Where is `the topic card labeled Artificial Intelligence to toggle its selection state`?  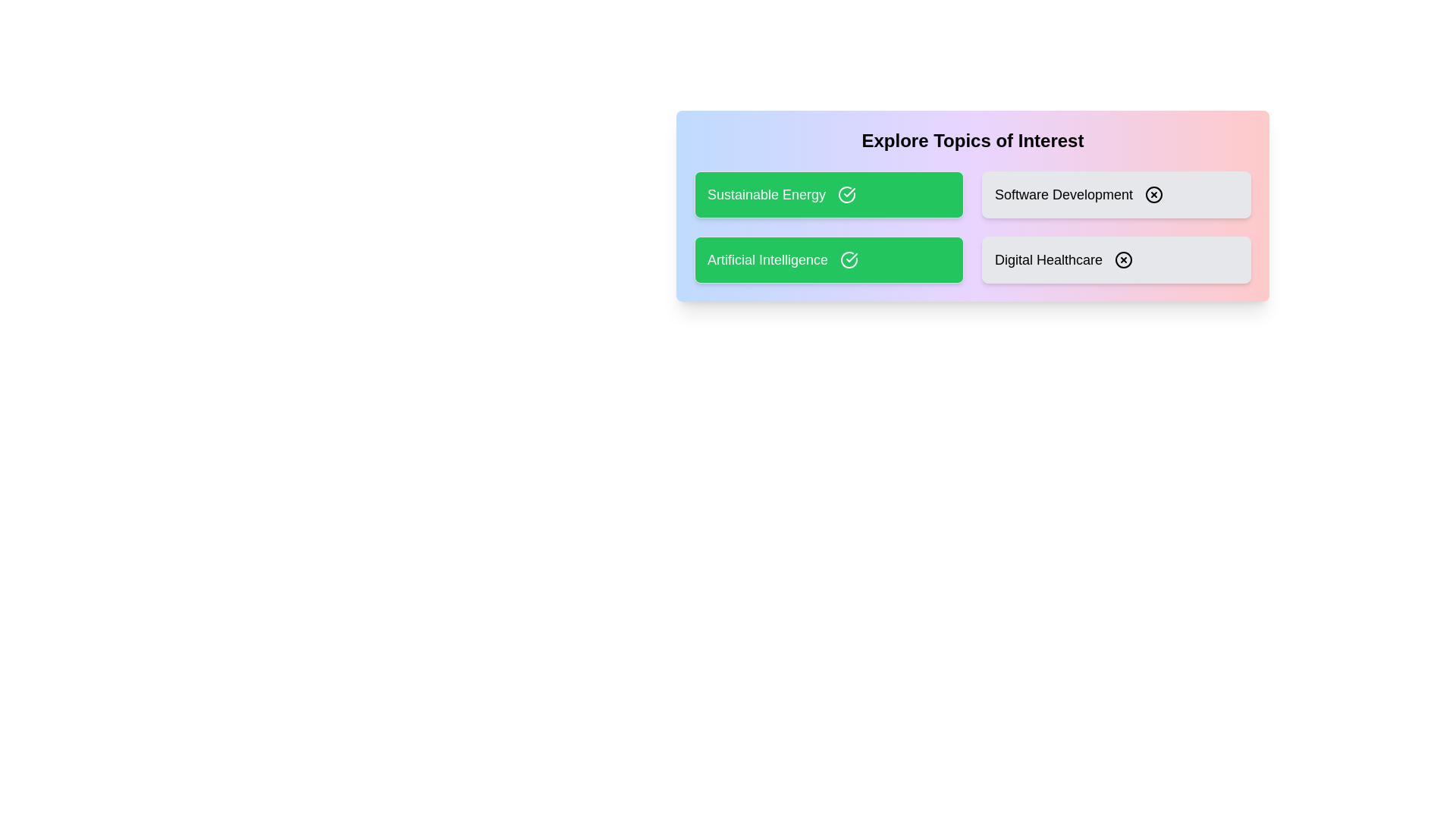
the topic card labeled Artificial Intelligence to toggle its selection state is located at coordinates (828, 259).